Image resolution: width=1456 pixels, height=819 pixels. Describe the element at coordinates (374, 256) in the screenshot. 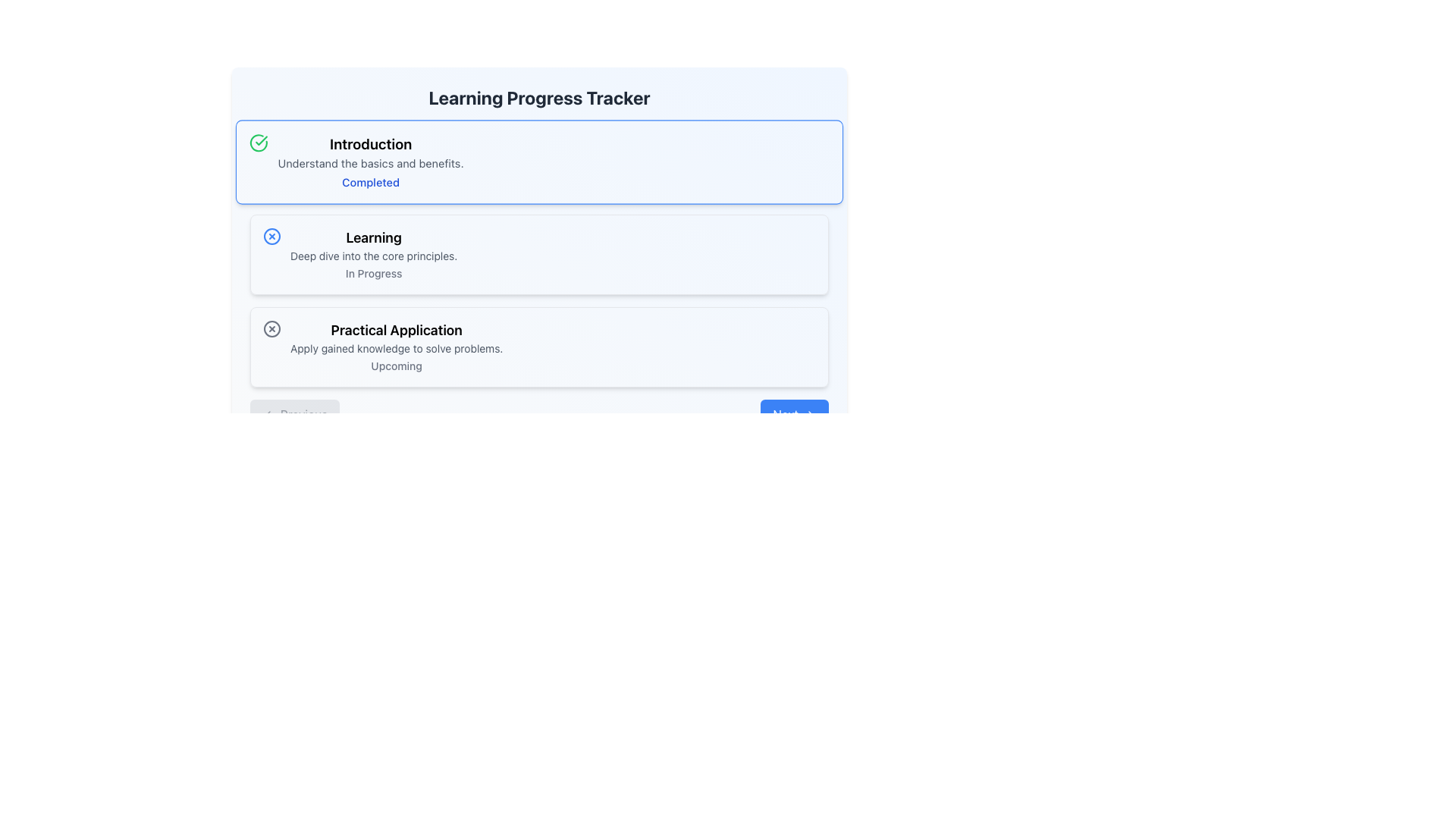

I see `the text label that reads 'Deep dive into the core principles.' which is styled with a small font size and gray color, positioned below 'Learning' and above 'In Progress'` at that location.